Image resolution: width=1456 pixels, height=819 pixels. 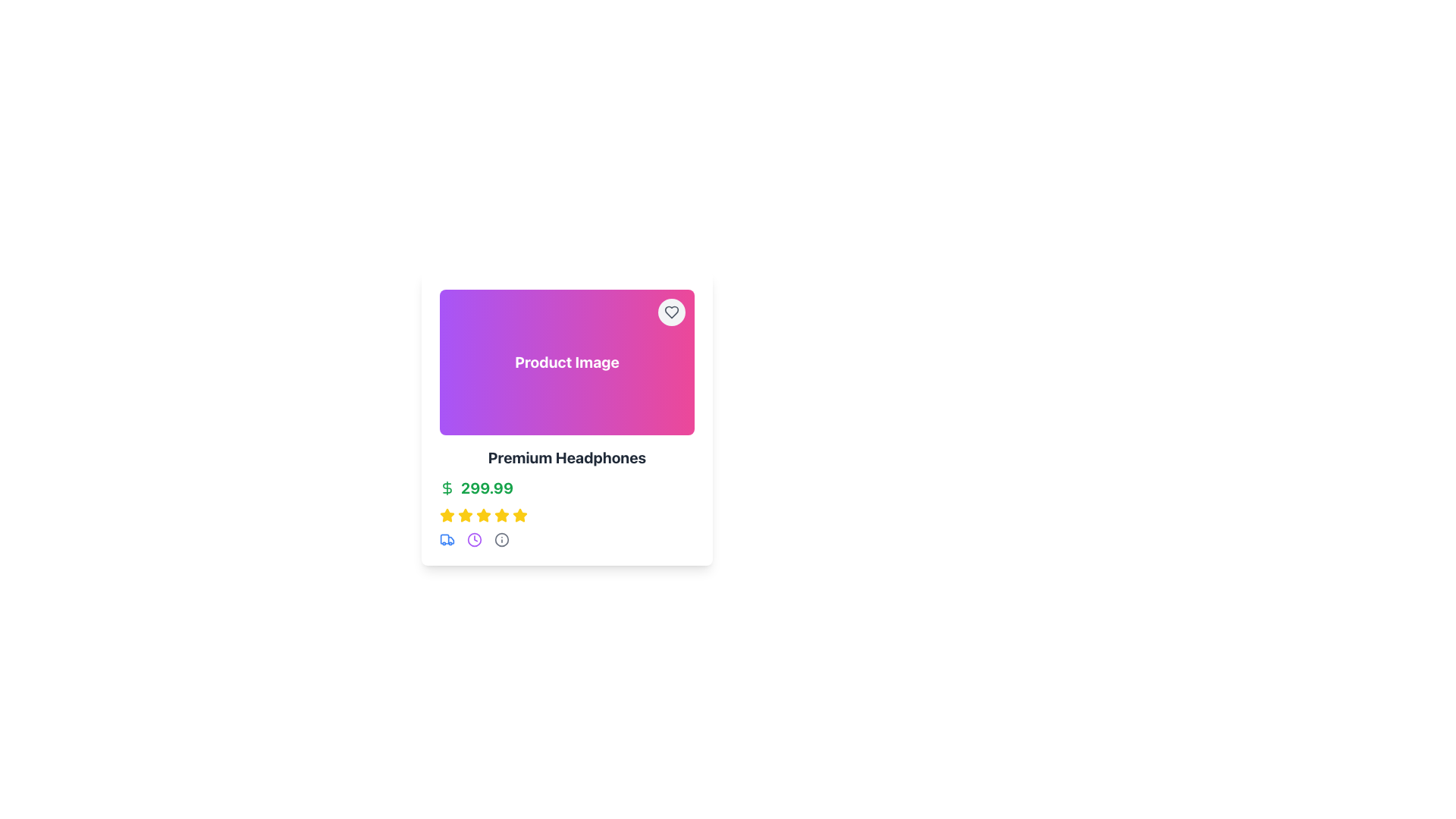 I want to click on displayed text from the 'Product Image' text label, which is prominently bold and white against a gradient background of purple to pink, centrally positioned in the upper section of a card-like UI component, so click(x=566, y=362).